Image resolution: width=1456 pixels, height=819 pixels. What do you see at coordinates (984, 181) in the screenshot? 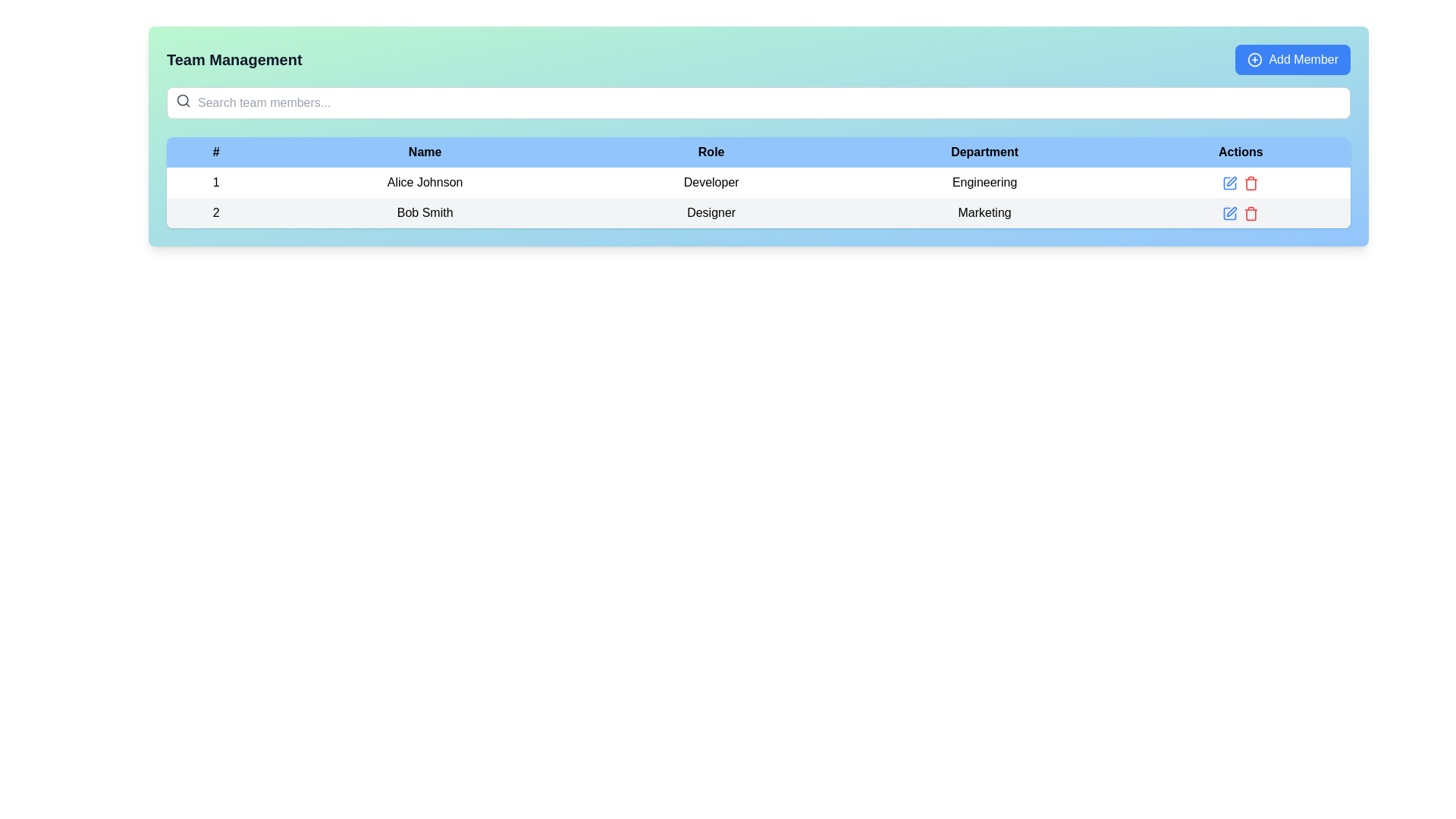
I see `the table cell displaying the text 'Engineering' in black, center-aligned, located in the first row under the 'Department' column` at bounding box center [984, 181].